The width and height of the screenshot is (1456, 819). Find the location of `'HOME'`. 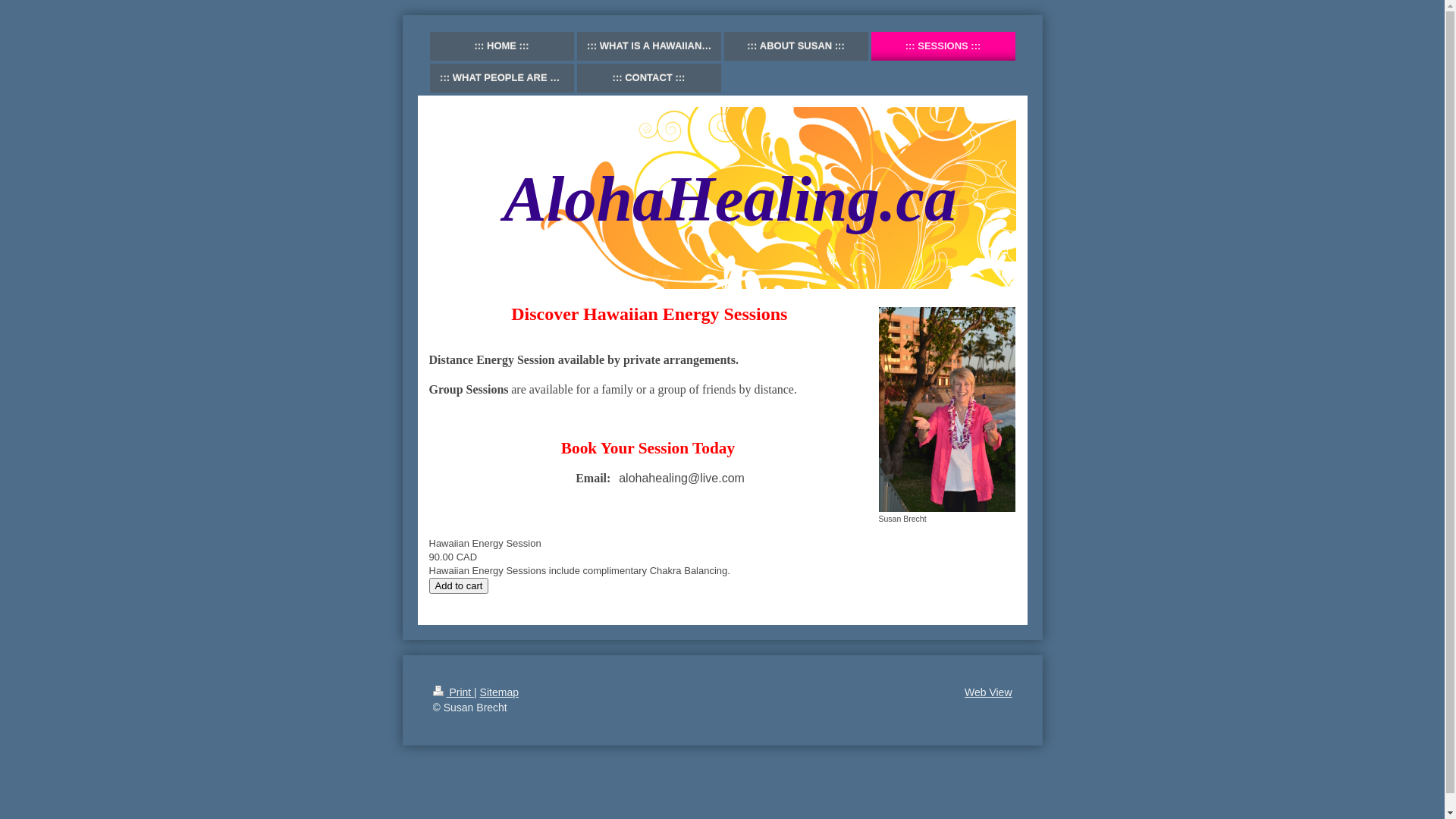

'HOME' is located at coordinates (501, 45).